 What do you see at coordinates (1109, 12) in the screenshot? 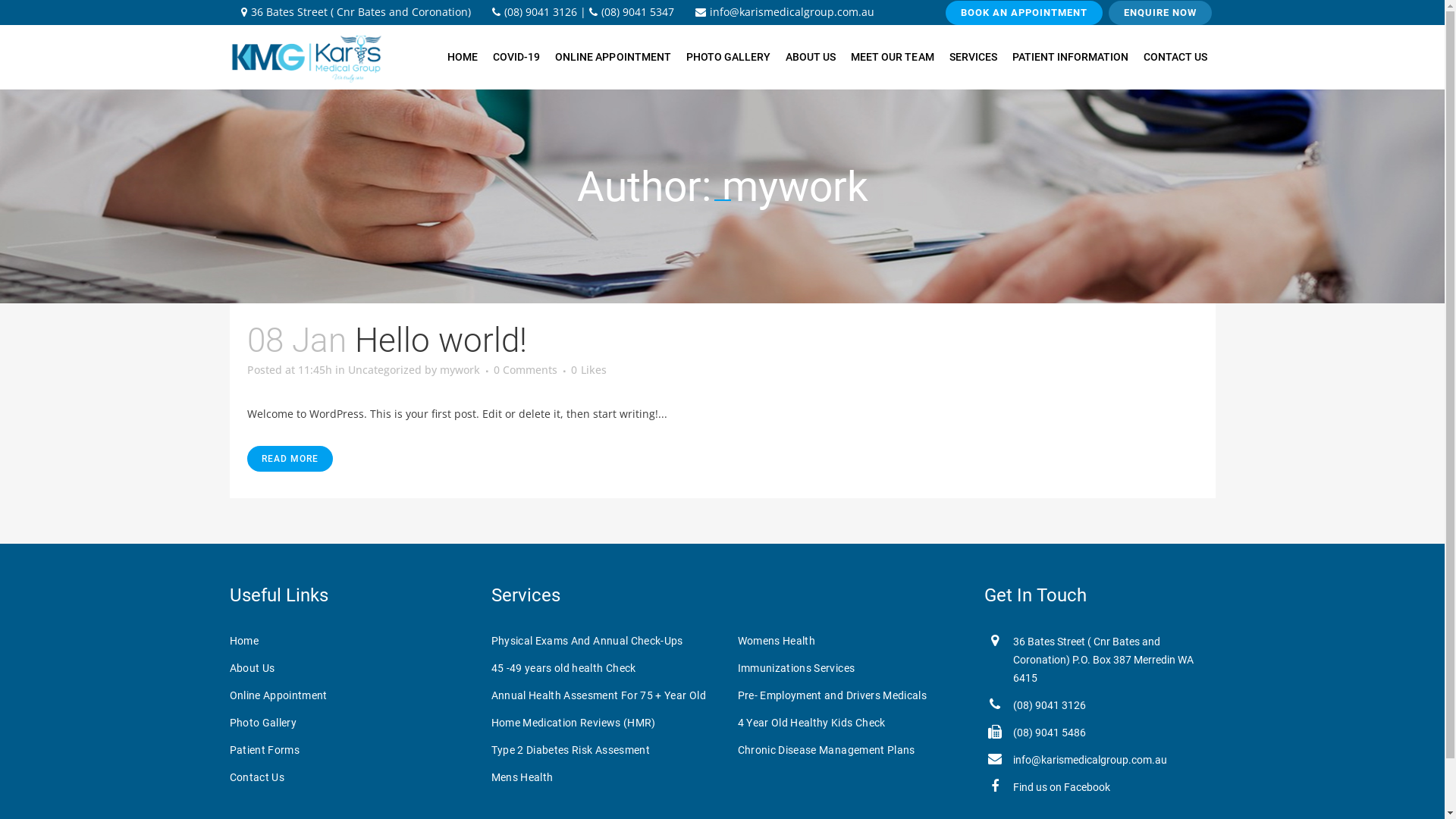
I see `'ENQUIRE NOW'` at bounding box center [1109, 12].